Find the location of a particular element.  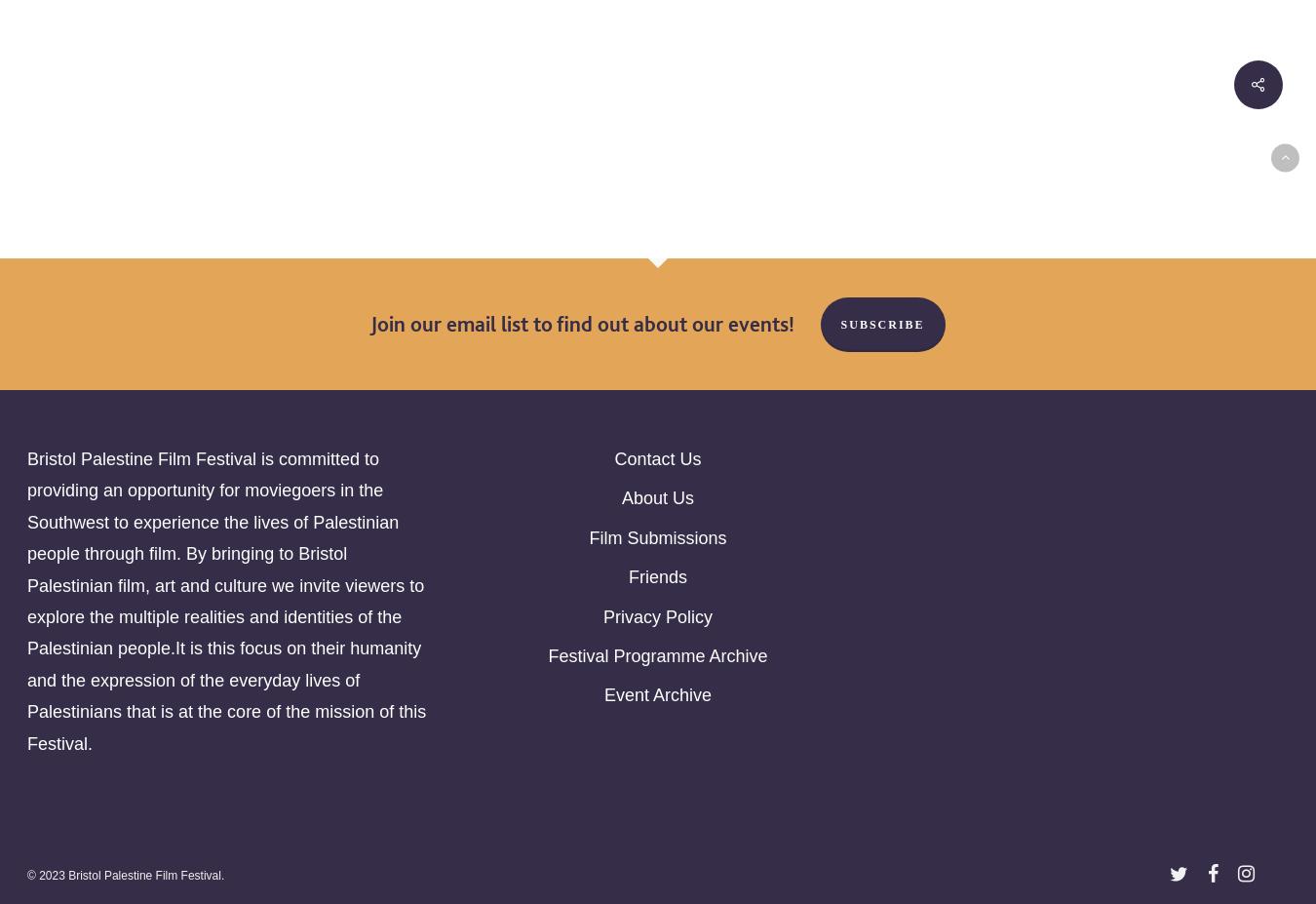

'Friends' is located at coordinates (627, 576).